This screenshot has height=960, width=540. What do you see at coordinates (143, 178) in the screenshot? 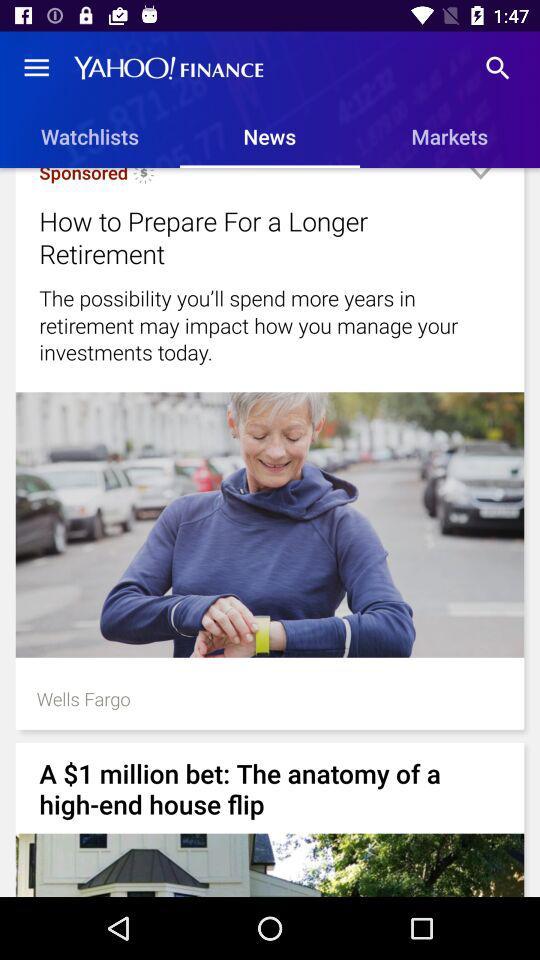
I see `the item below watchlists` at bounding box center [143, 178].